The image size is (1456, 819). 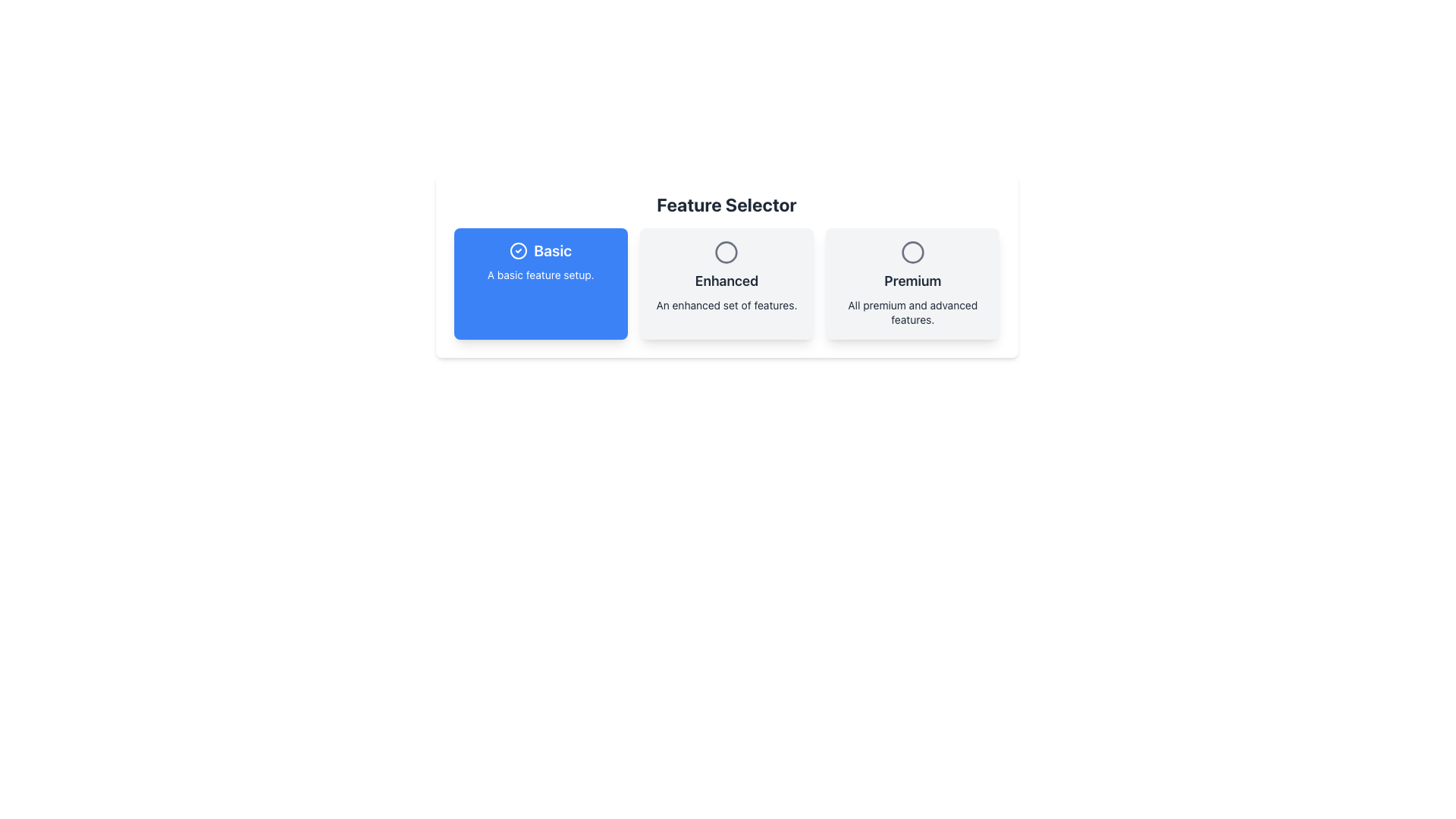 What do you see at coordinates (726, 251) in the screenshot?
I see `the circular icon with a central dot, located in the 'Enhanced' option of the feature selection group` at bounding box center [726, 251].